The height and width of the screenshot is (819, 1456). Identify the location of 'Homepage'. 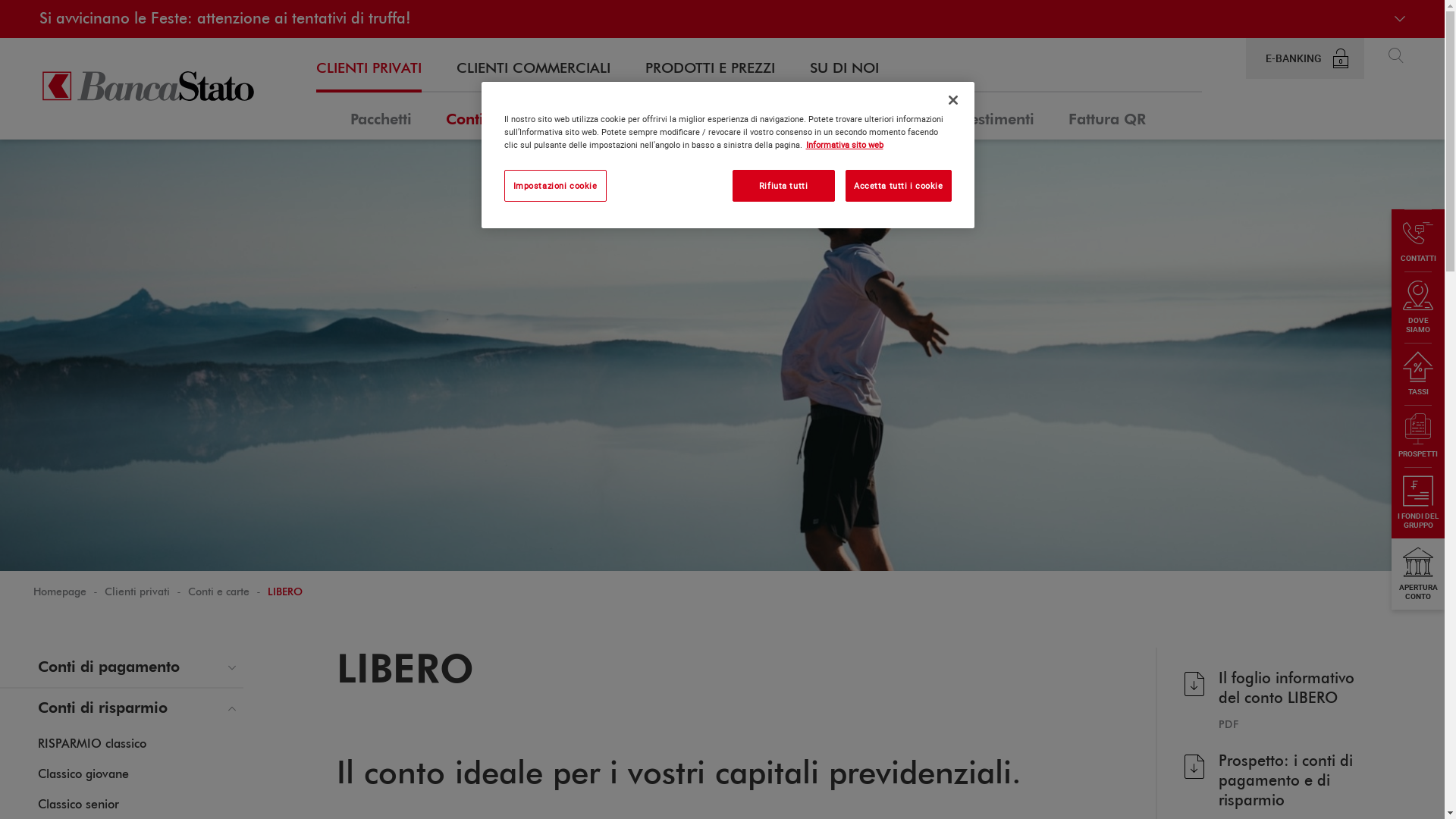
(59, 591).